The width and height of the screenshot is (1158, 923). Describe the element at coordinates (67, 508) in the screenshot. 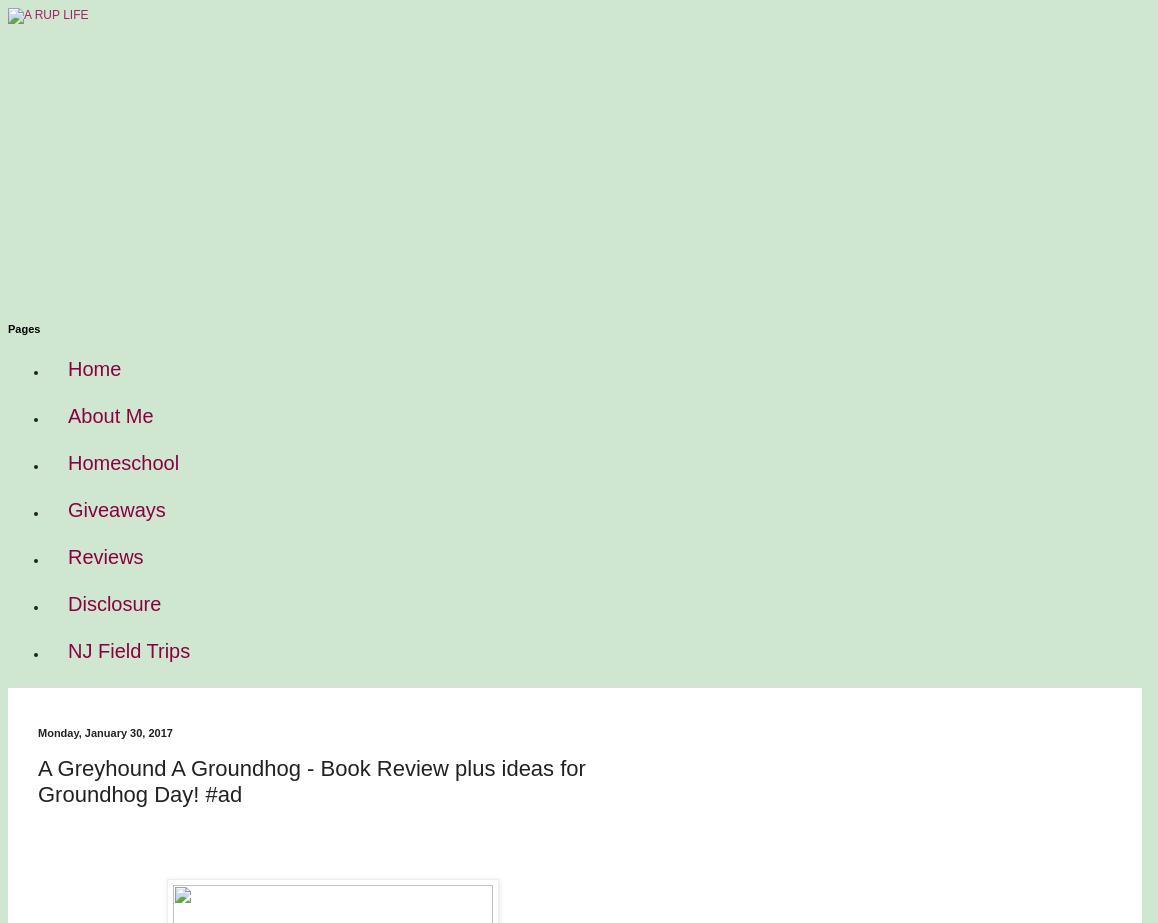

I see `'Giveaways'` at that location.